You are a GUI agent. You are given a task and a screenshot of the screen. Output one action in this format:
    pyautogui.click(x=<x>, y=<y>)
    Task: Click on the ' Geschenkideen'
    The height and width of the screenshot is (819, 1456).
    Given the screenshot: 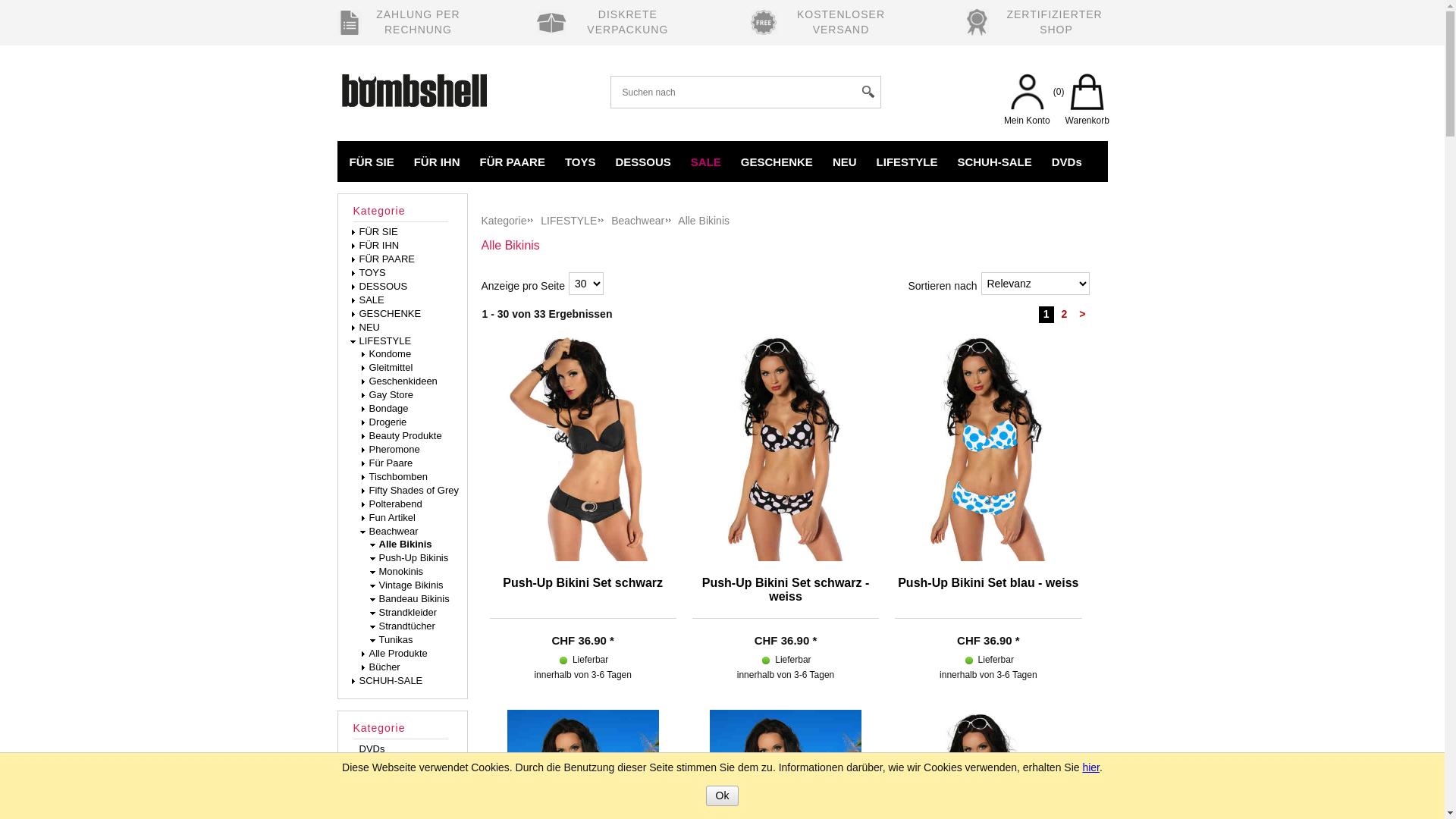 What is the action you would take?
    pyautogui.click(x=403, y=380)
    